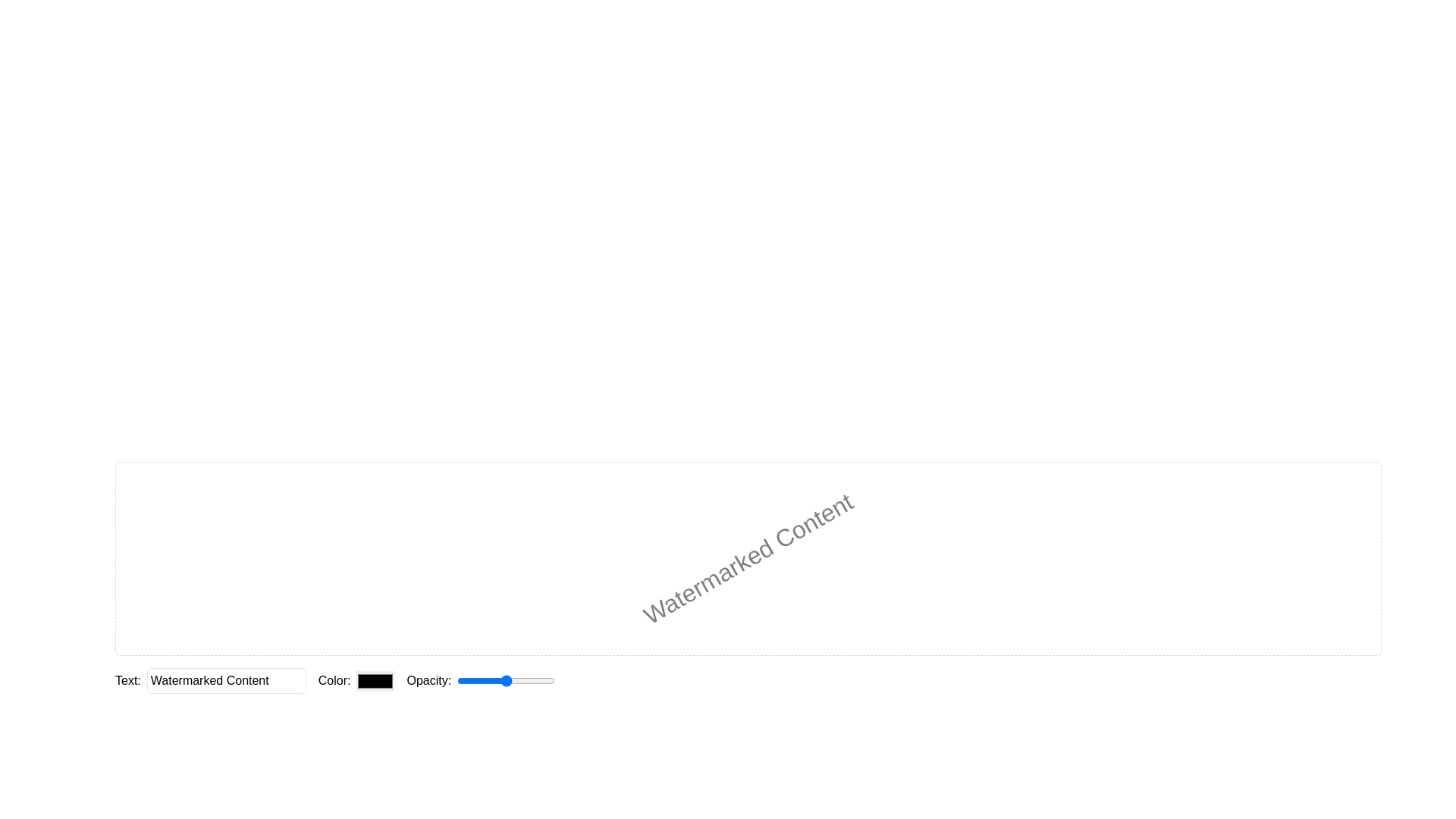 The image size is (1456, 819). I want to click on the text label that reads 'Color:', which is aligned to the left of the color picker input field, so click(334, 680).